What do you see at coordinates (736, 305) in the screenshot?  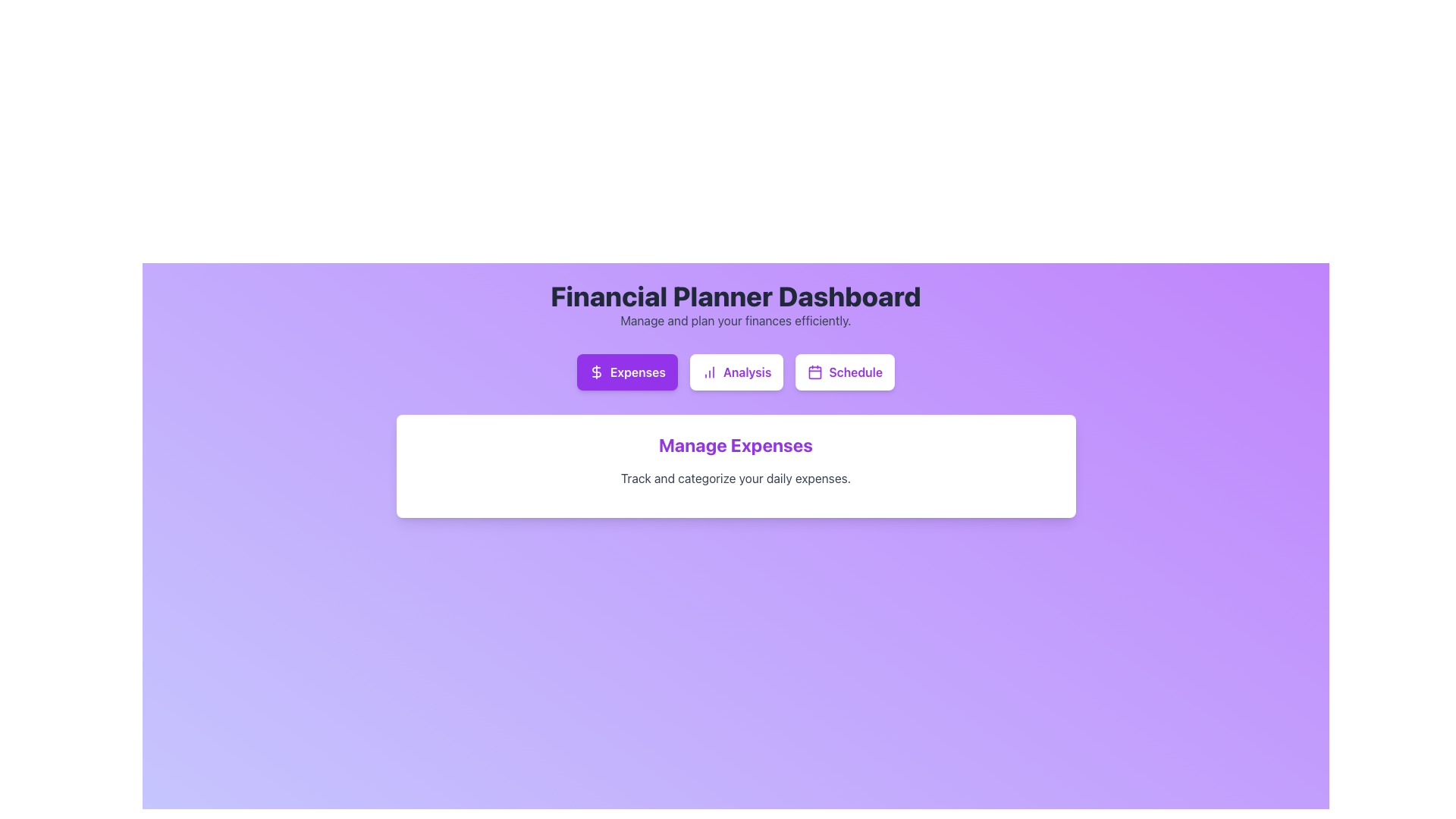 I see `text of the Header with subtitle that includes the title 'Financial Planner Dashboard' and the subtitle 'Manage and plan your finances efficiently.'` at bounding box center [736, 305].